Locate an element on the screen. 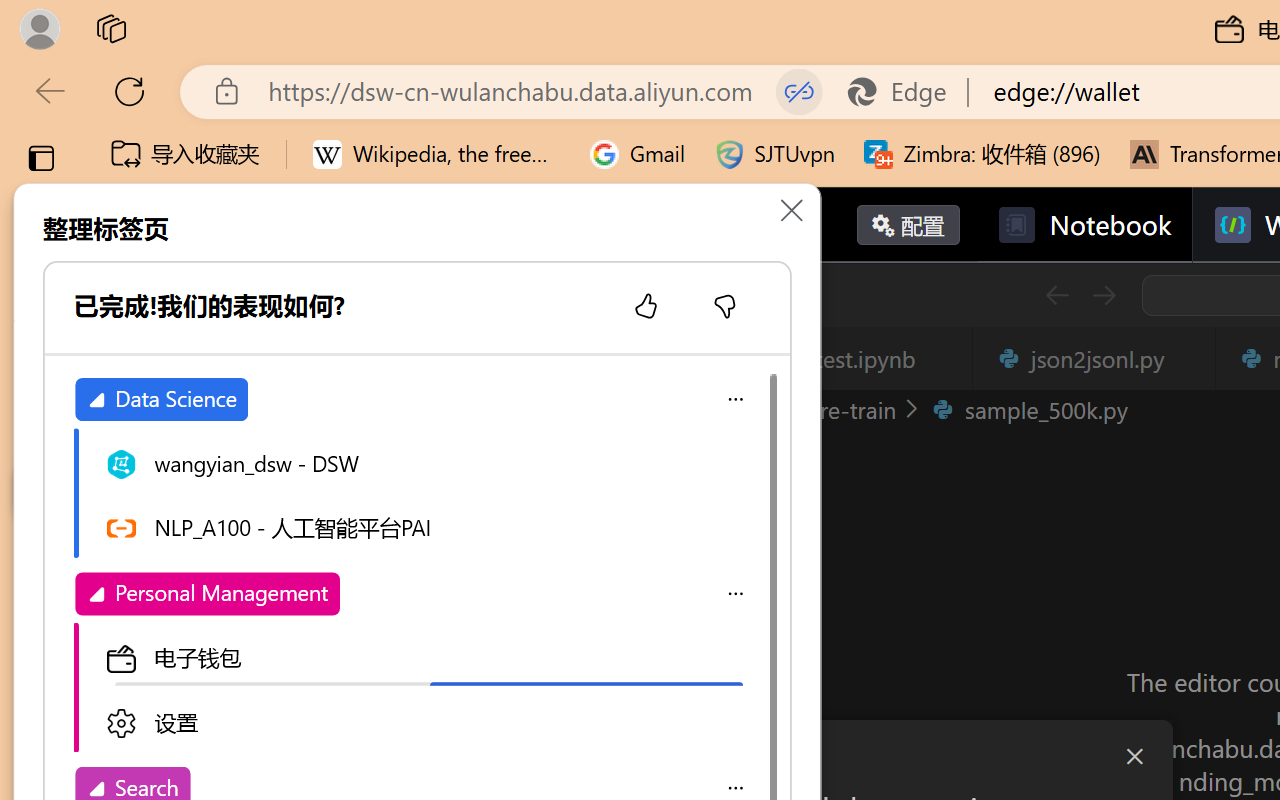 The width and height of the screenshot is (1280, 800). 'Edge' is located at coordinates (905, 91).